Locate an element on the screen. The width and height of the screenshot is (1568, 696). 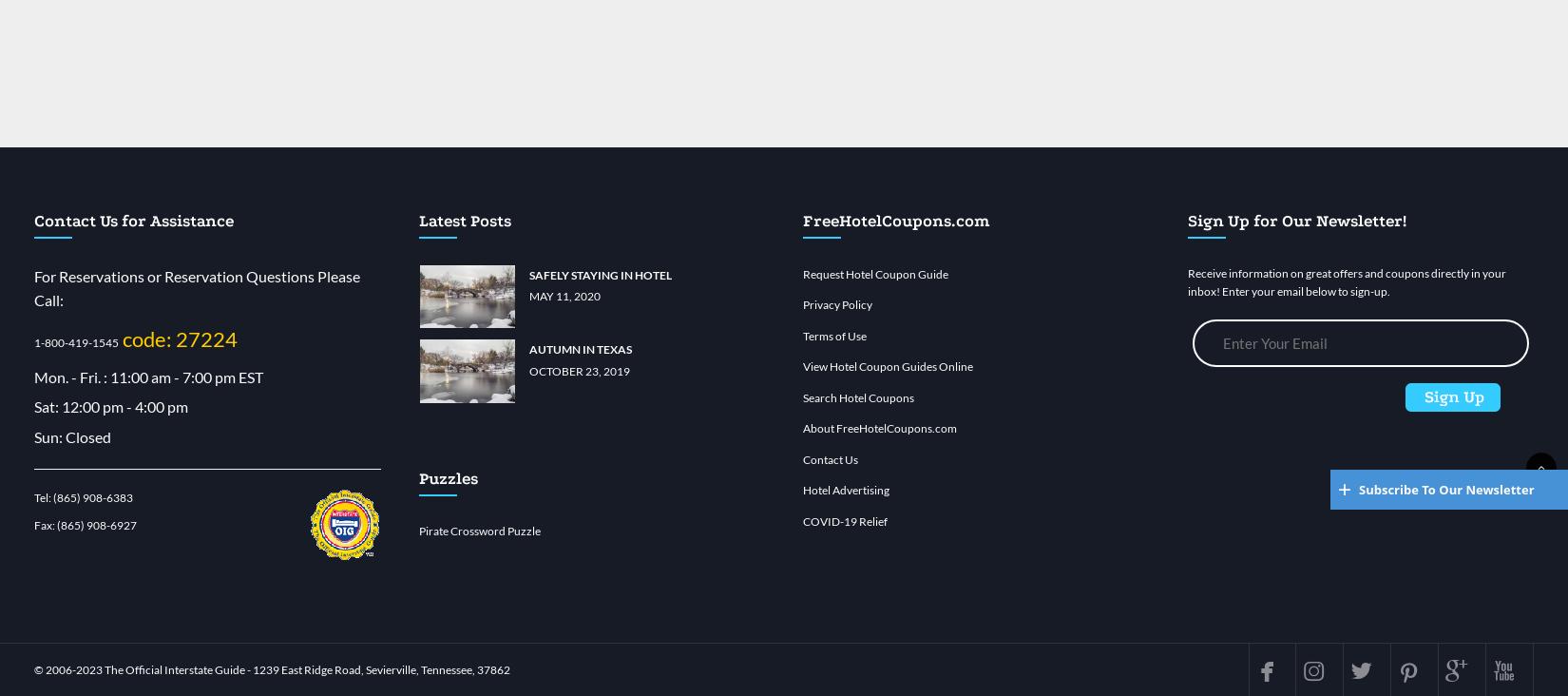
'Autumn in Texas' is located at coordinates (579, 348).